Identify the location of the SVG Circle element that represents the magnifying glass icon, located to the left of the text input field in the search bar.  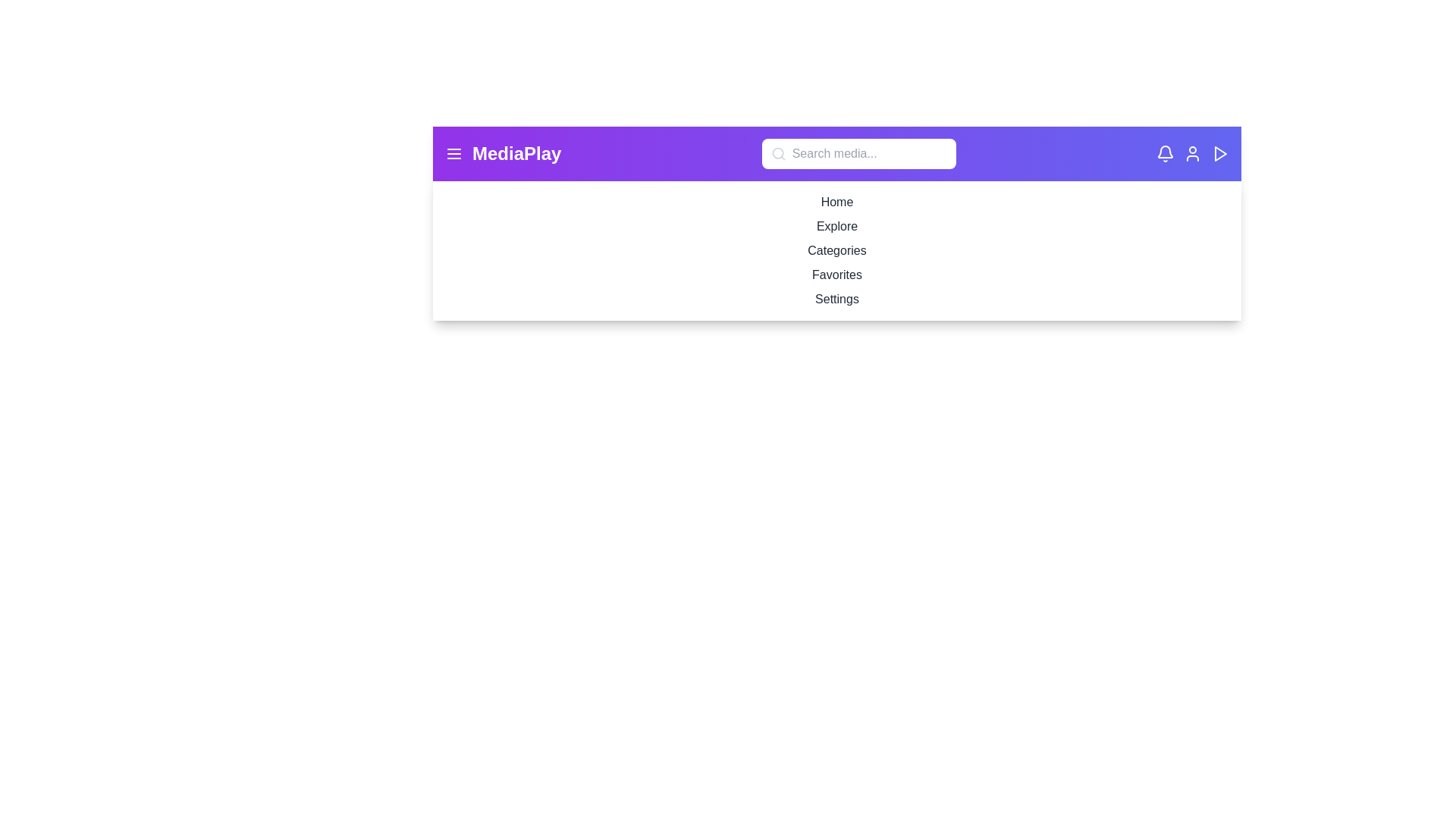
(777, 153).